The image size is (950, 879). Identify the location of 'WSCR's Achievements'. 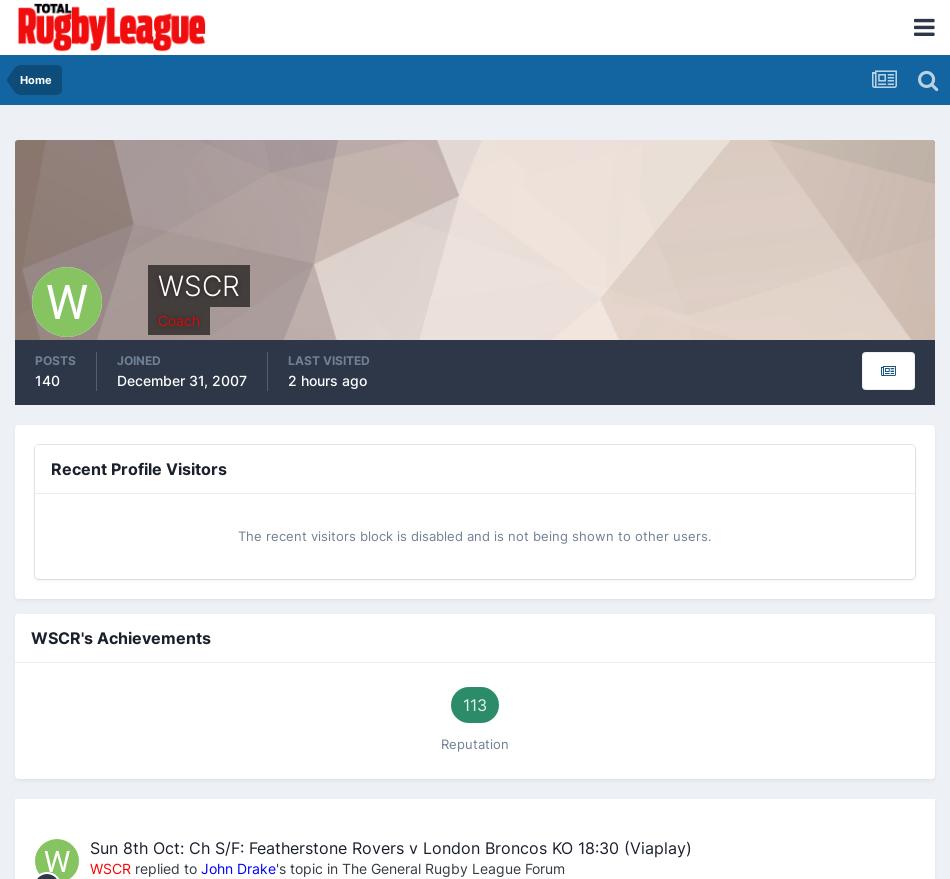
(121, 637).